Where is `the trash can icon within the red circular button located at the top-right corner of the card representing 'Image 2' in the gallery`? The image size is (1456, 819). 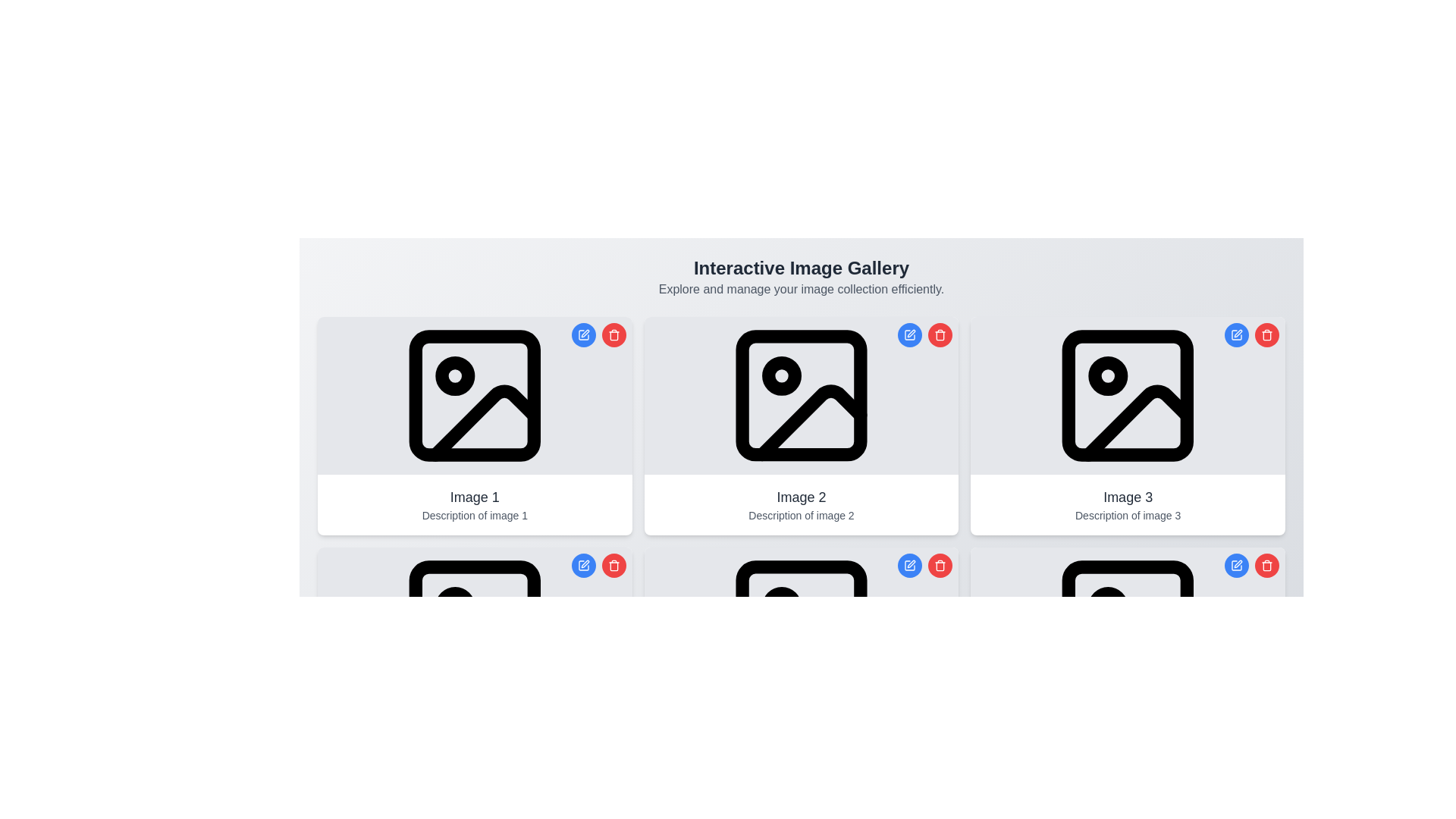 the trash can icon within the red circular button located at the top-right corner of the card representing 'Image 2' in the gallery is located at coordinates (939, 565).